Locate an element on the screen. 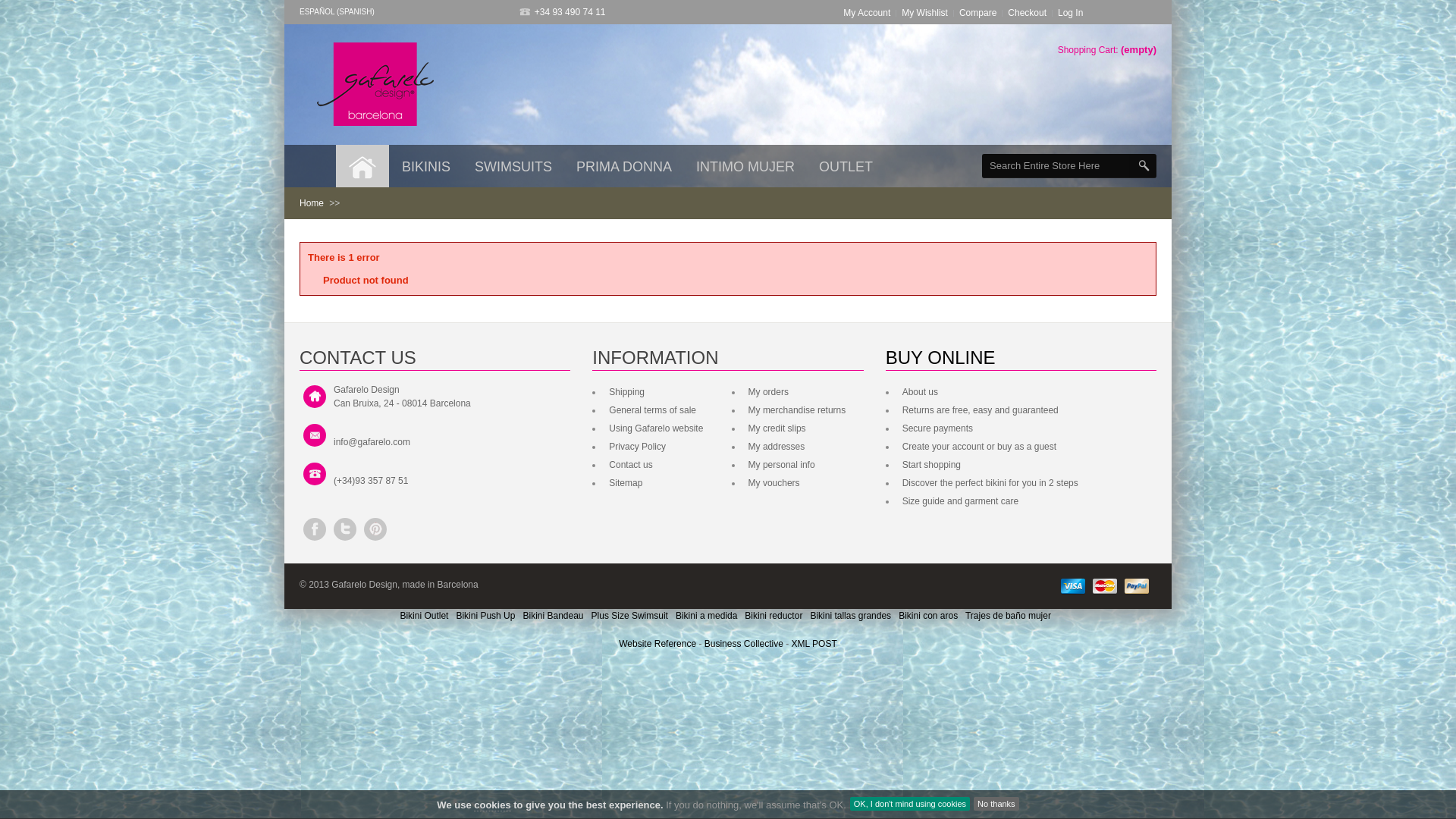 This screenshot has width=1456, height=819. 'Discover the perfect bikini for you in 2 steps' is located at coordinates (988, 482).